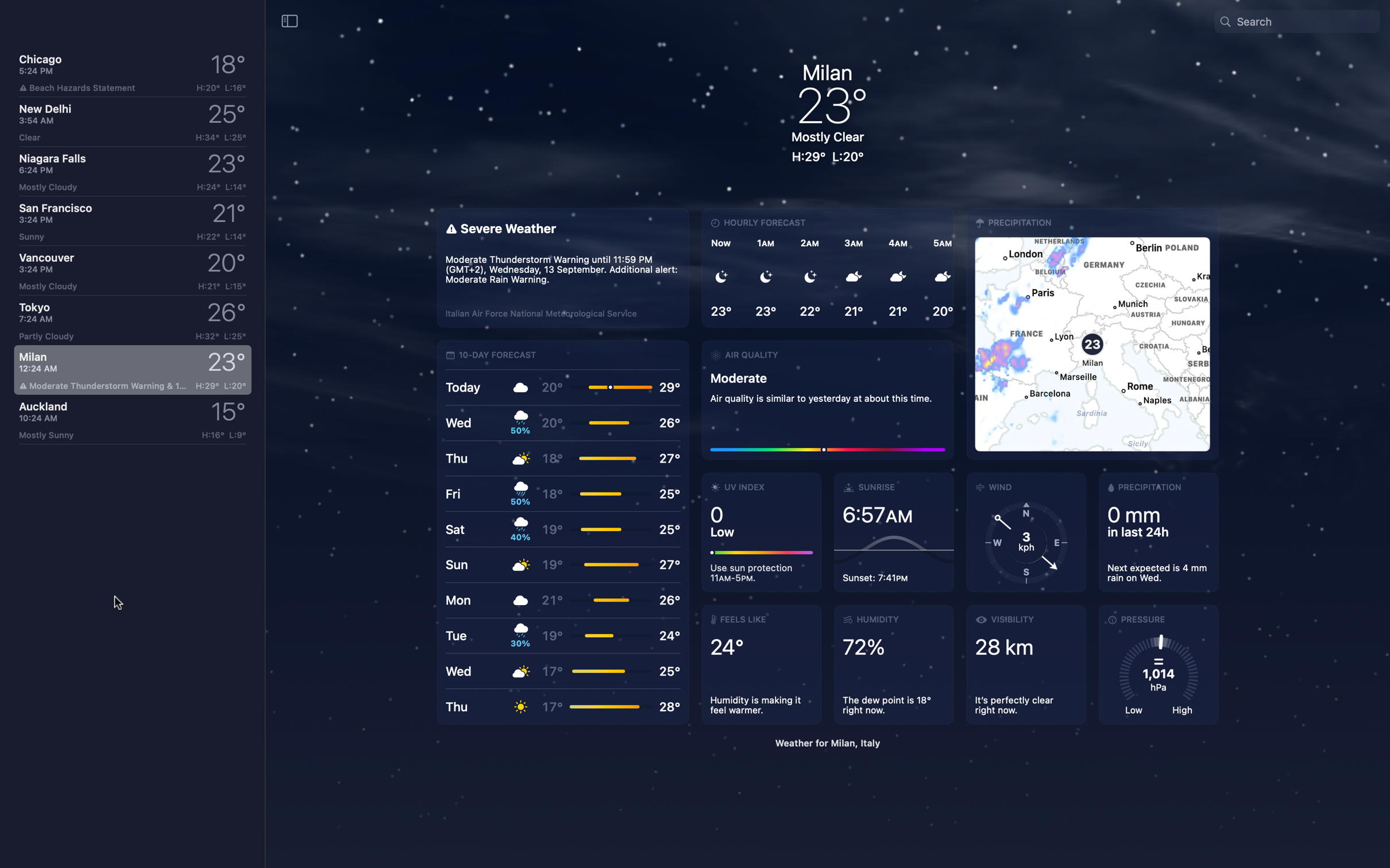 The height and width of the screenshot is (868, 1390). Describe the element at coordinates (1155, 533) in the screenshot. I see `Check precipitation` at that location.